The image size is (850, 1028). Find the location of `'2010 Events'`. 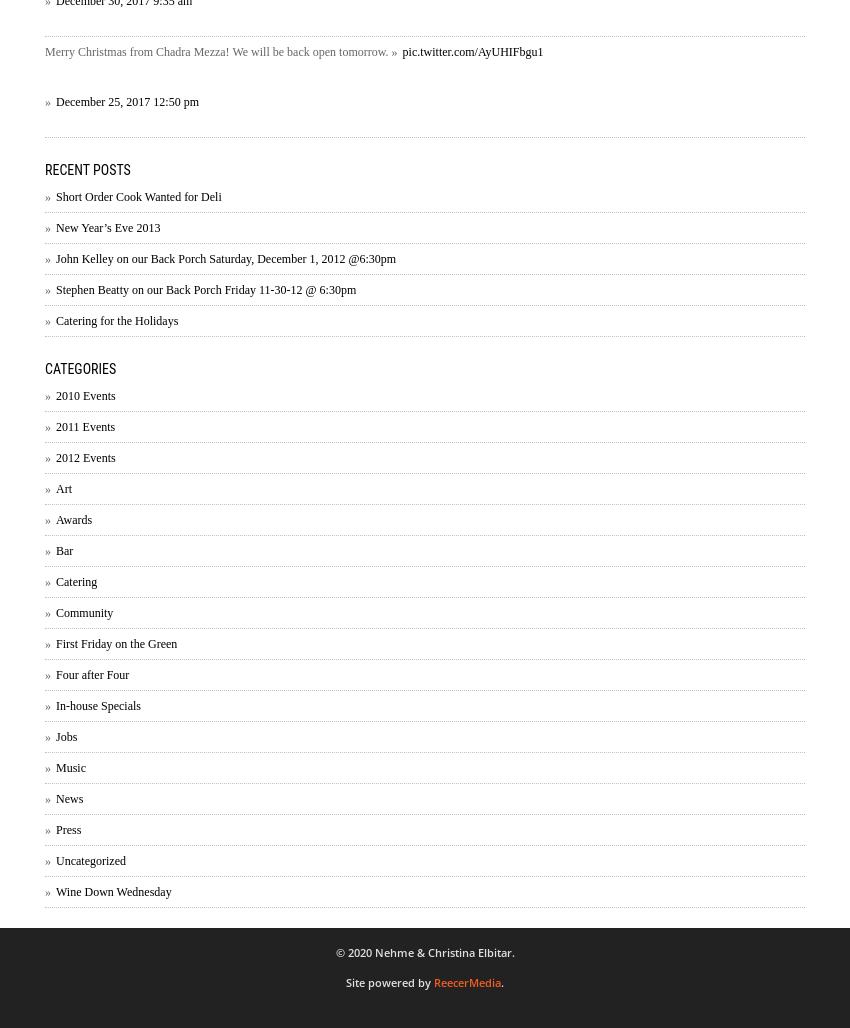

'2010 Events' is located at coordinates (85, 394).